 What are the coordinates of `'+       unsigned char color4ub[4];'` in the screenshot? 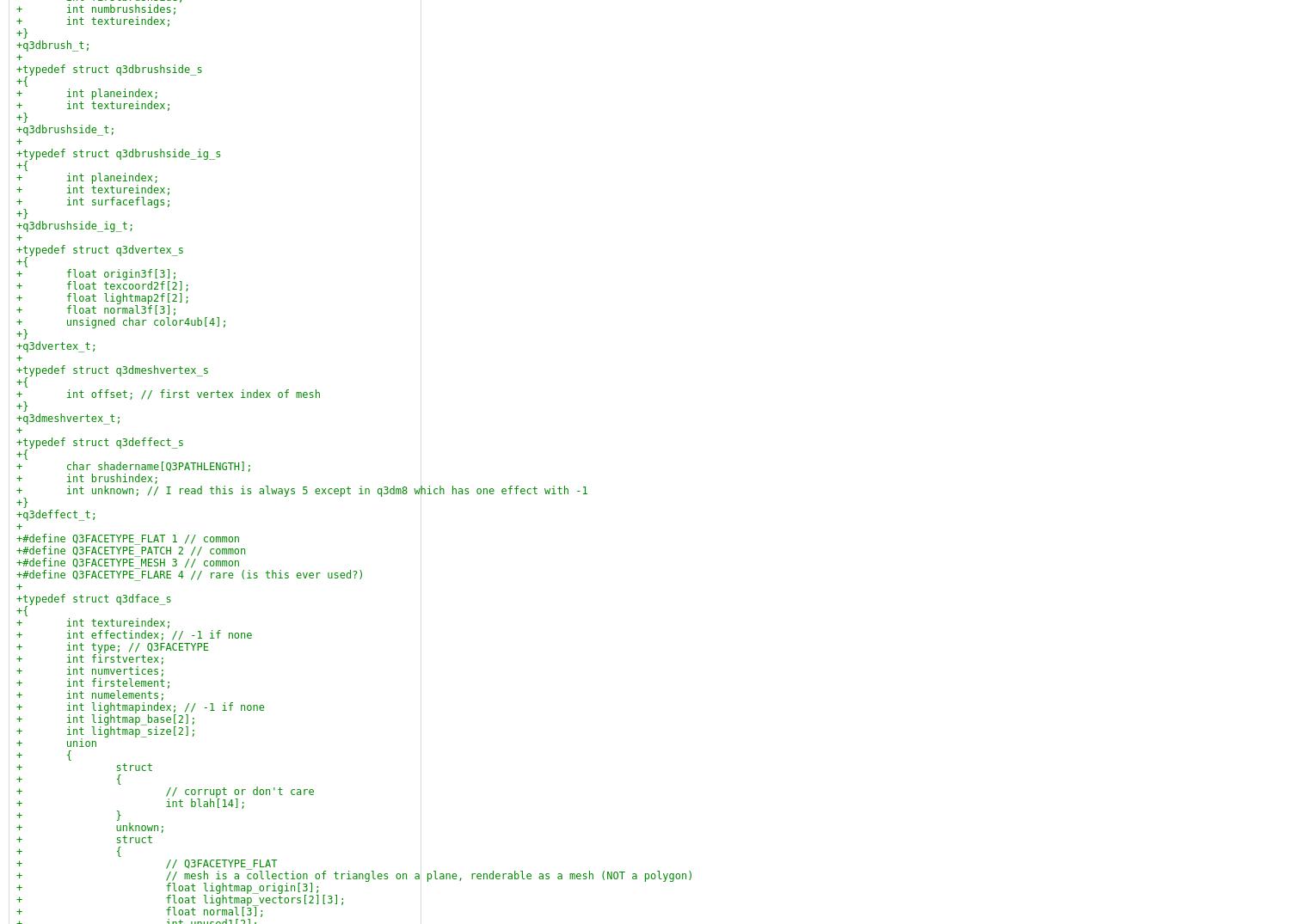 It's located at (121, 321).